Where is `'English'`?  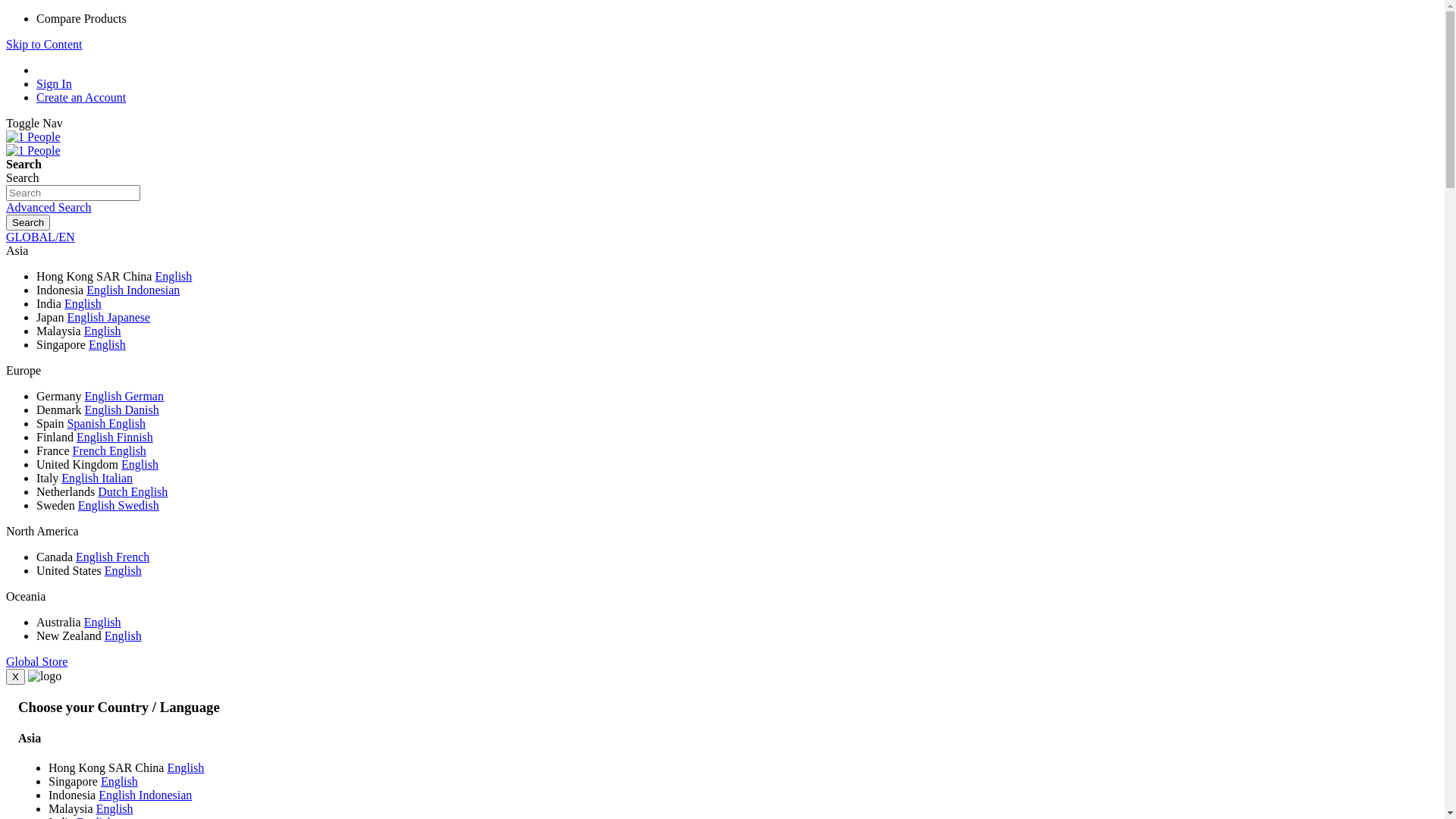 'English' is located at coordinates (95, 557).